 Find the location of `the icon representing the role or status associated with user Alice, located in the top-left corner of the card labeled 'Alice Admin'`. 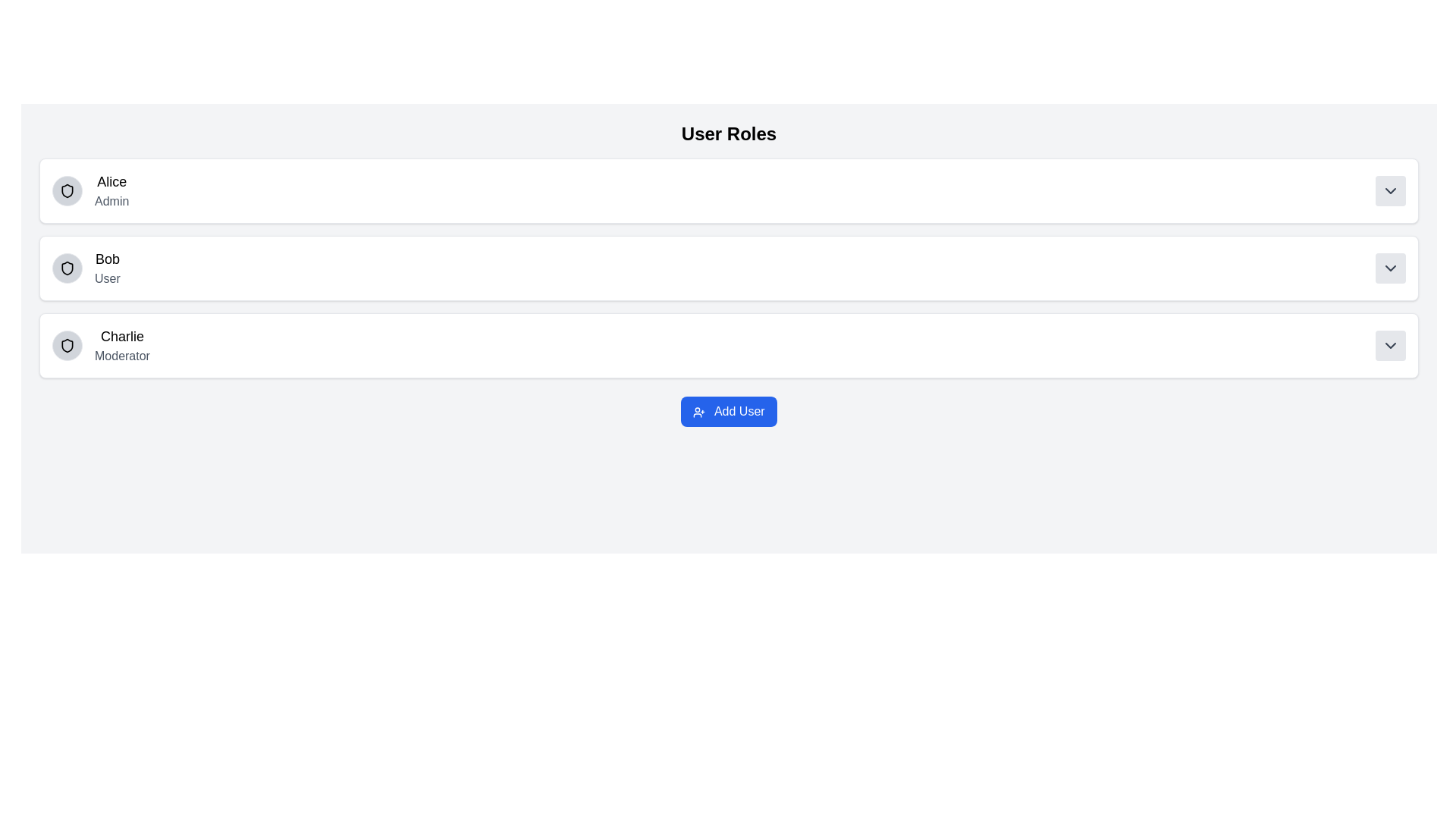

the icon representing the role or status associated with user Alice, located in the top-left corner of the card labeled 'Alice Admin' is located at coordinates (67, 190).